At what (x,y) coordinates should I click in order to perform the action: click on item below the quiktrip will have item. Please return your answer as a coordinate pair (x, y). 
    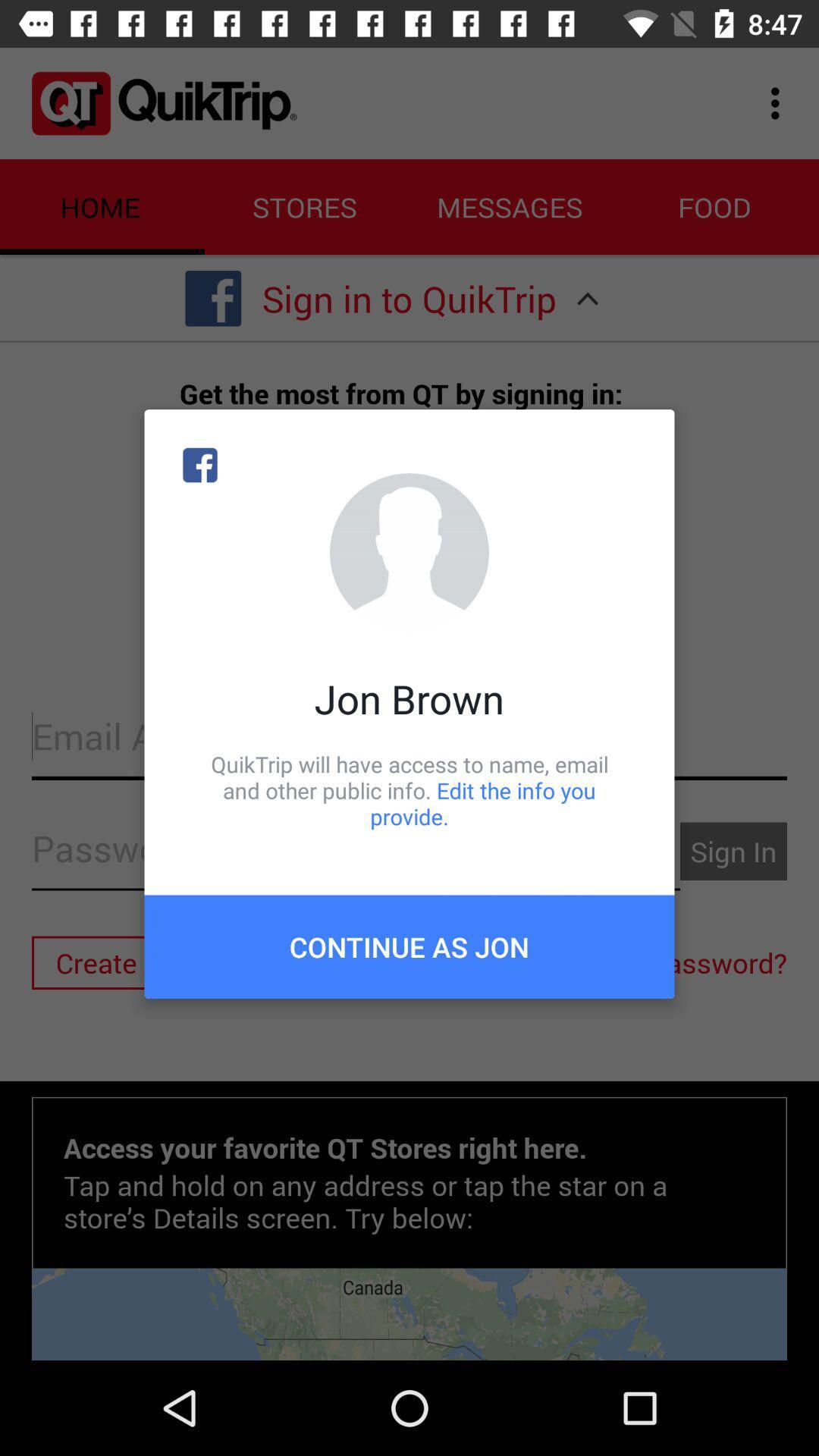
    Looking at the image, I should click on (409, 946).